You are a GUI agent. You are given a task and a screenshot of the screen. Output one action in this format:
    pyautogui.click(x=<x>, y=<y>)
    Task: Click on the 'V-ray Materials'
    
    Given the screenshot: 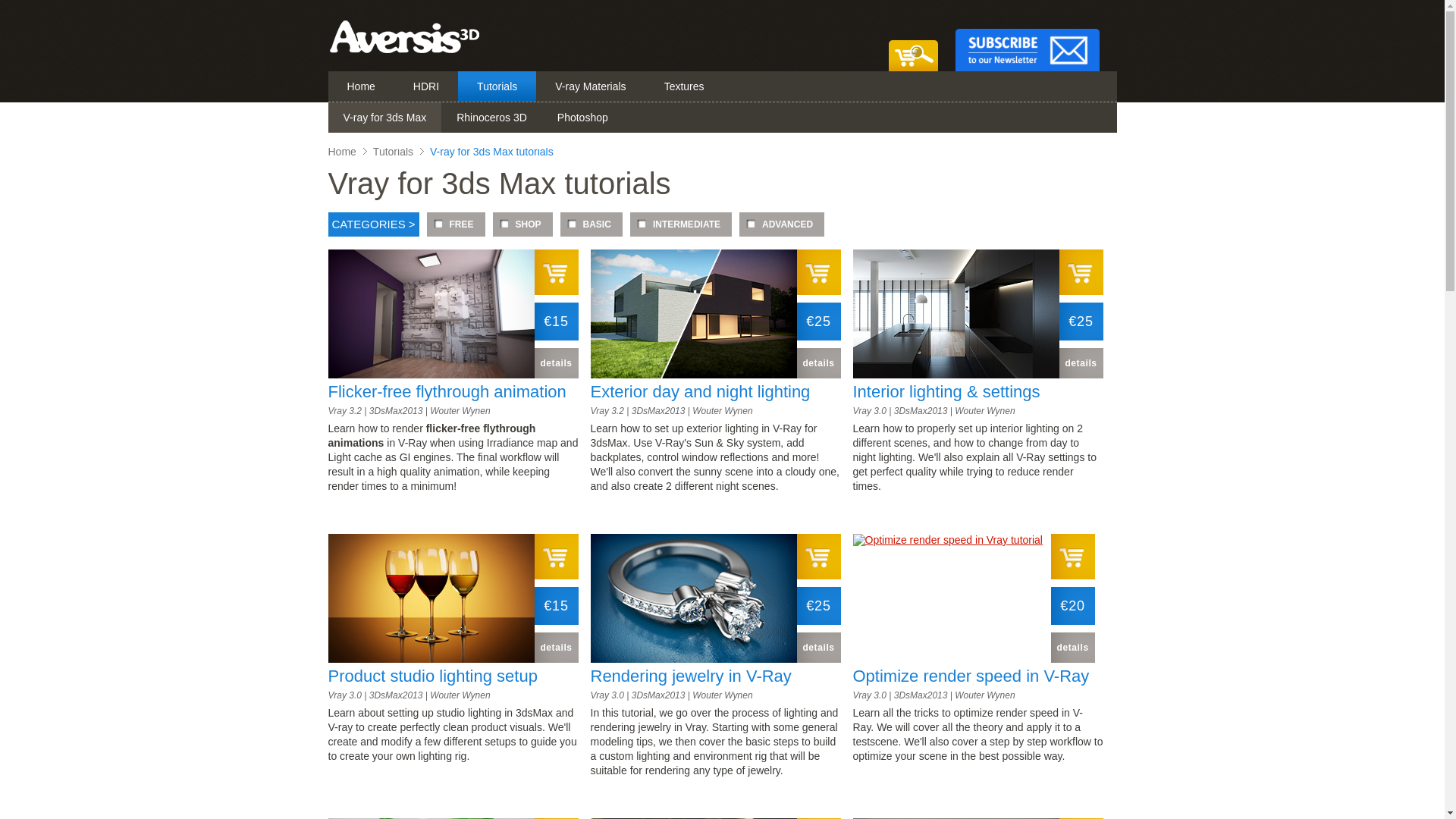 What is the action you would take?
    pyautogui.click(x=535, y=86)
    